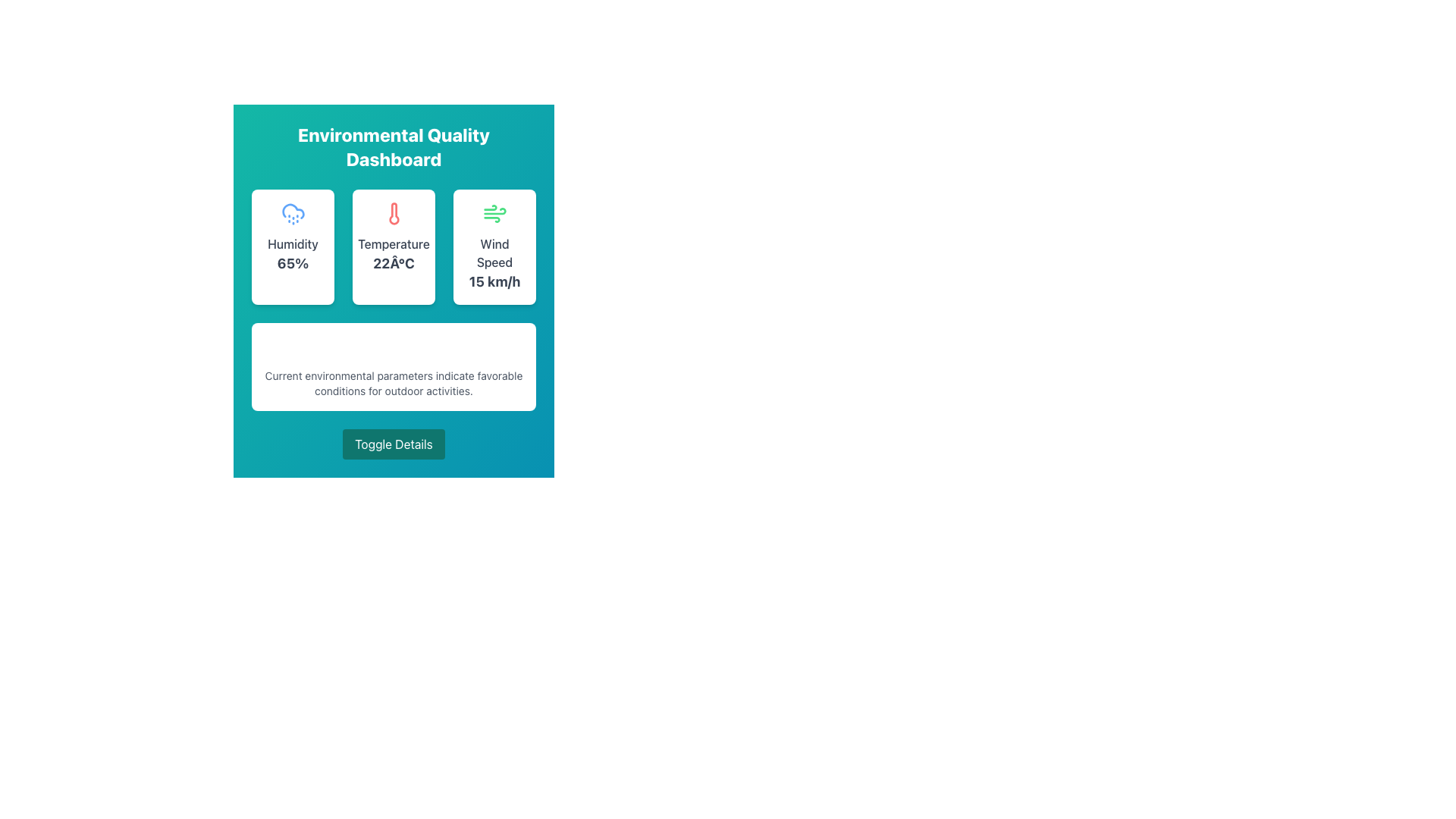 Image resolution: width=1456 pixels, height=819 pixels. Describe the element at coordinates (394, 444) in the screenshot. I see `the toggle button located at the central lower part of the card` at that location.